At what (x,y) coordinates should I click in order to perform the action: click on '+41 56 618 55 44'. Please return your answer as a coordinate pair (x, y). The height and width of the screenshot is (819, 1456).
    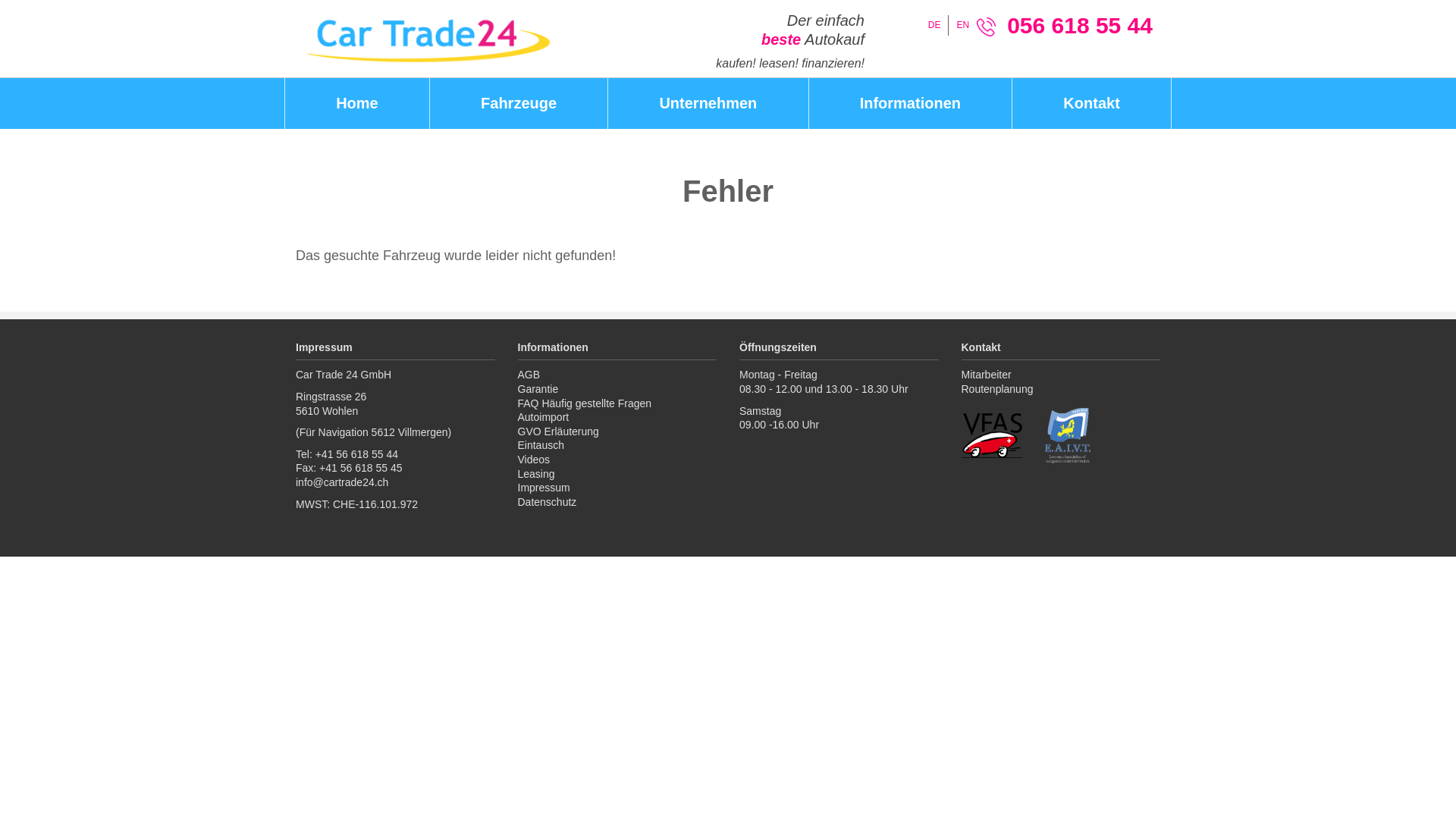
    Looking at the image, I should click on (356, 453).